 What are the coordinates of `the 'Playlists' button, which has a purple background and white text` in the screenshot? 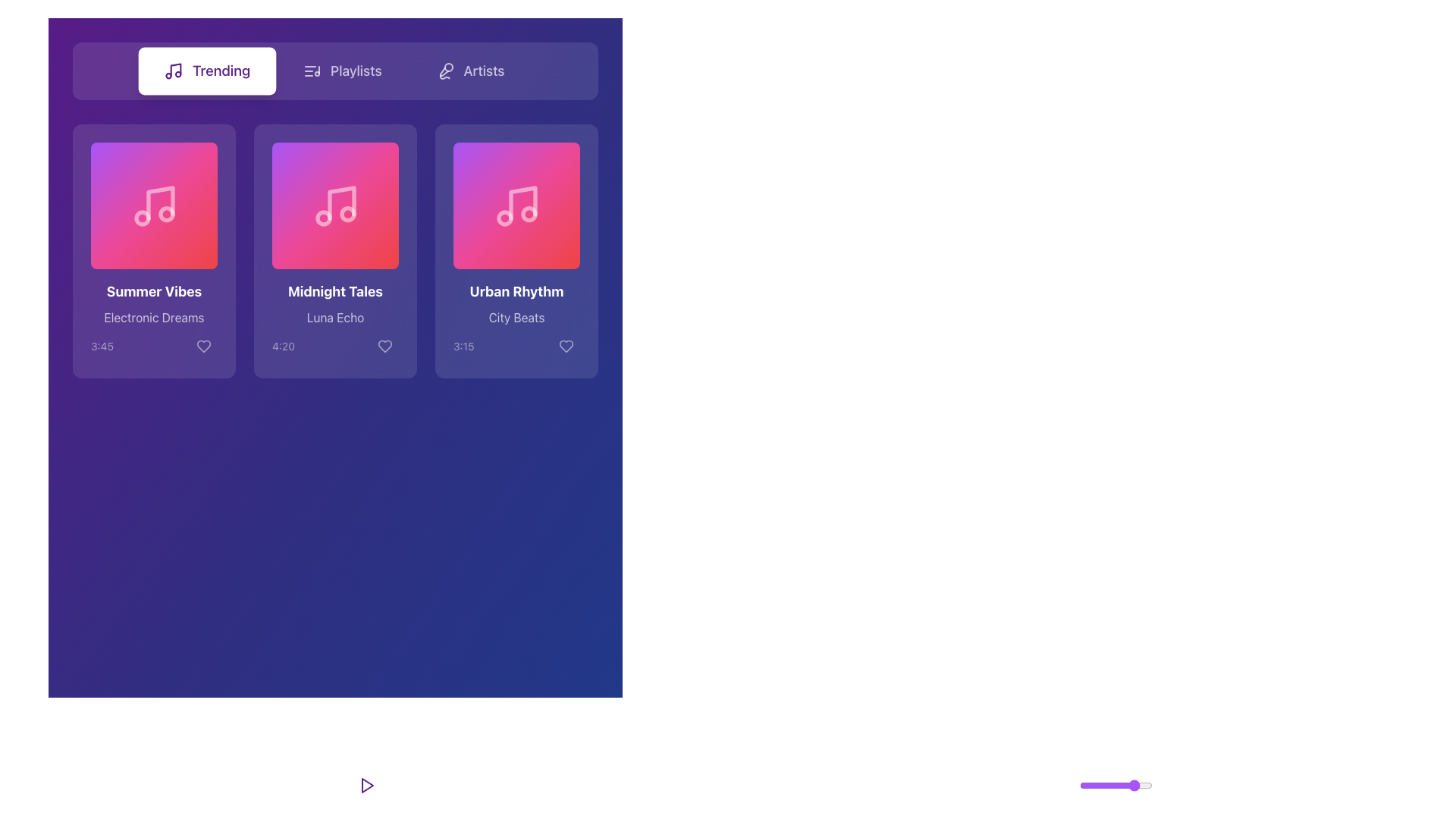 It's located at (341, 71).